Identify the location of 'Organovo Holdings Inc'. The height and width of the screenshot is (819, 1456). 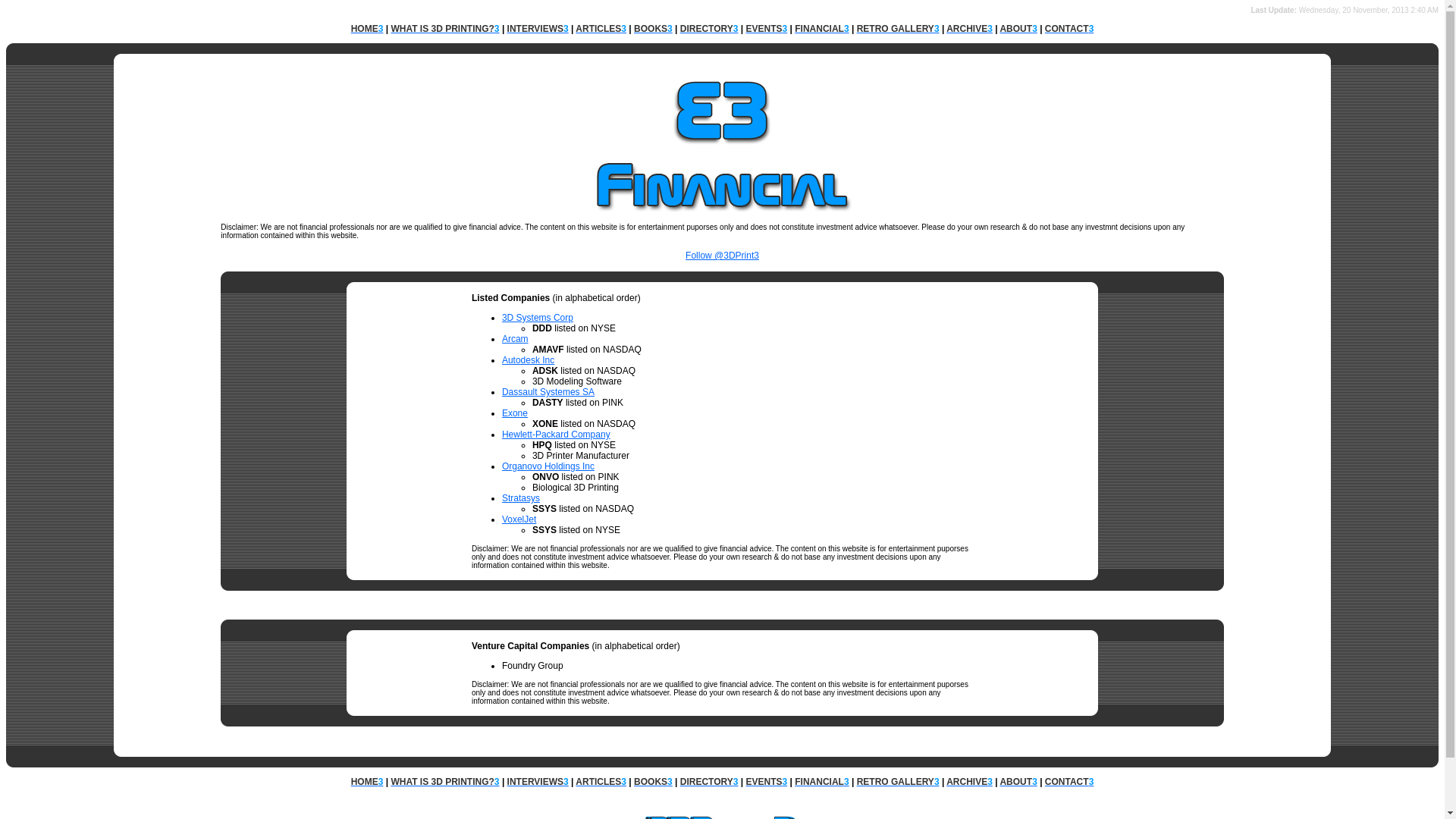
(502, 465).